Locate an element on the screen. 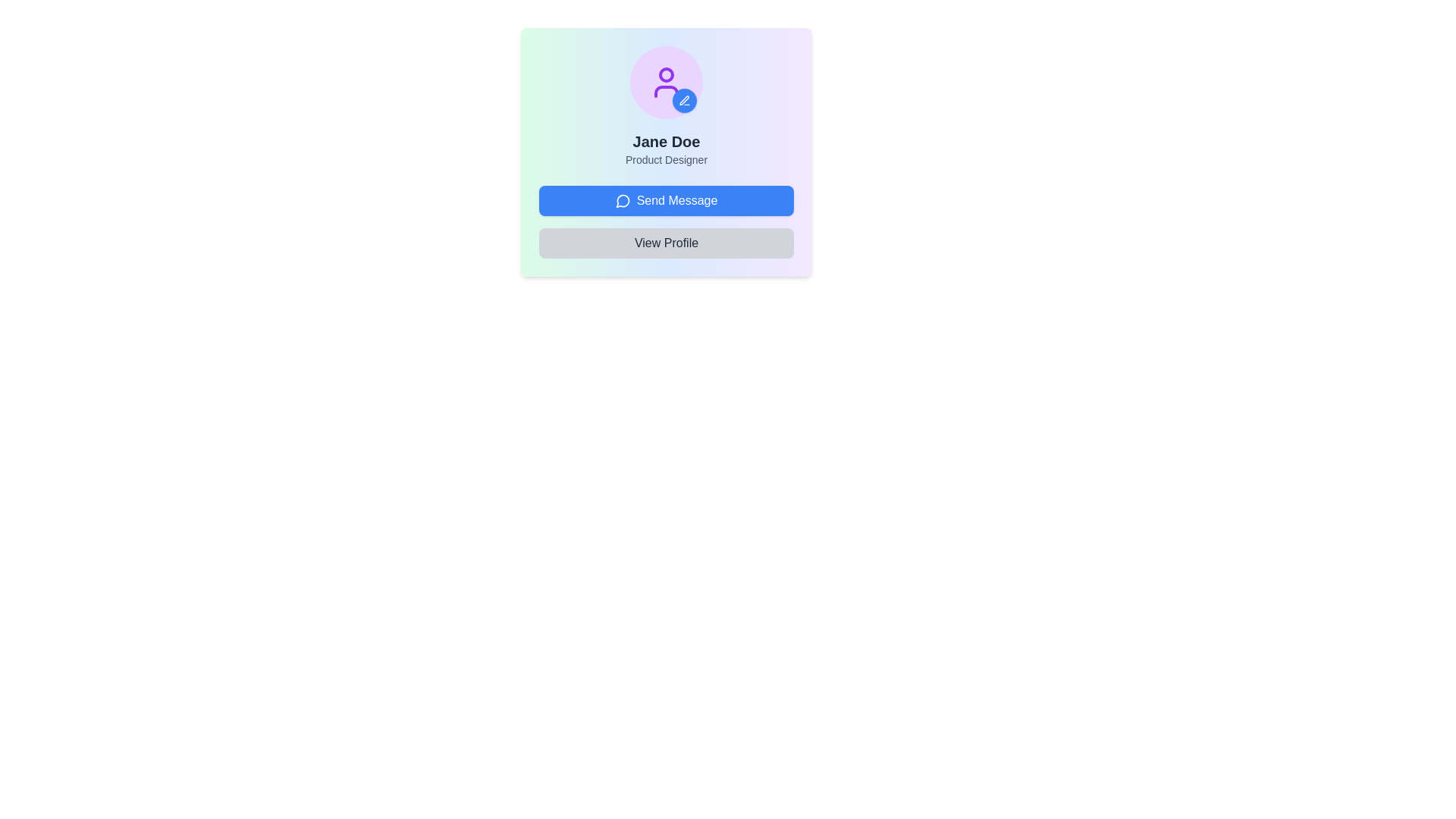 This screenshot has width=1456, height=819. the button that initiates a message to the individual whose profile is being viewed is located at coordinates (666, 200).